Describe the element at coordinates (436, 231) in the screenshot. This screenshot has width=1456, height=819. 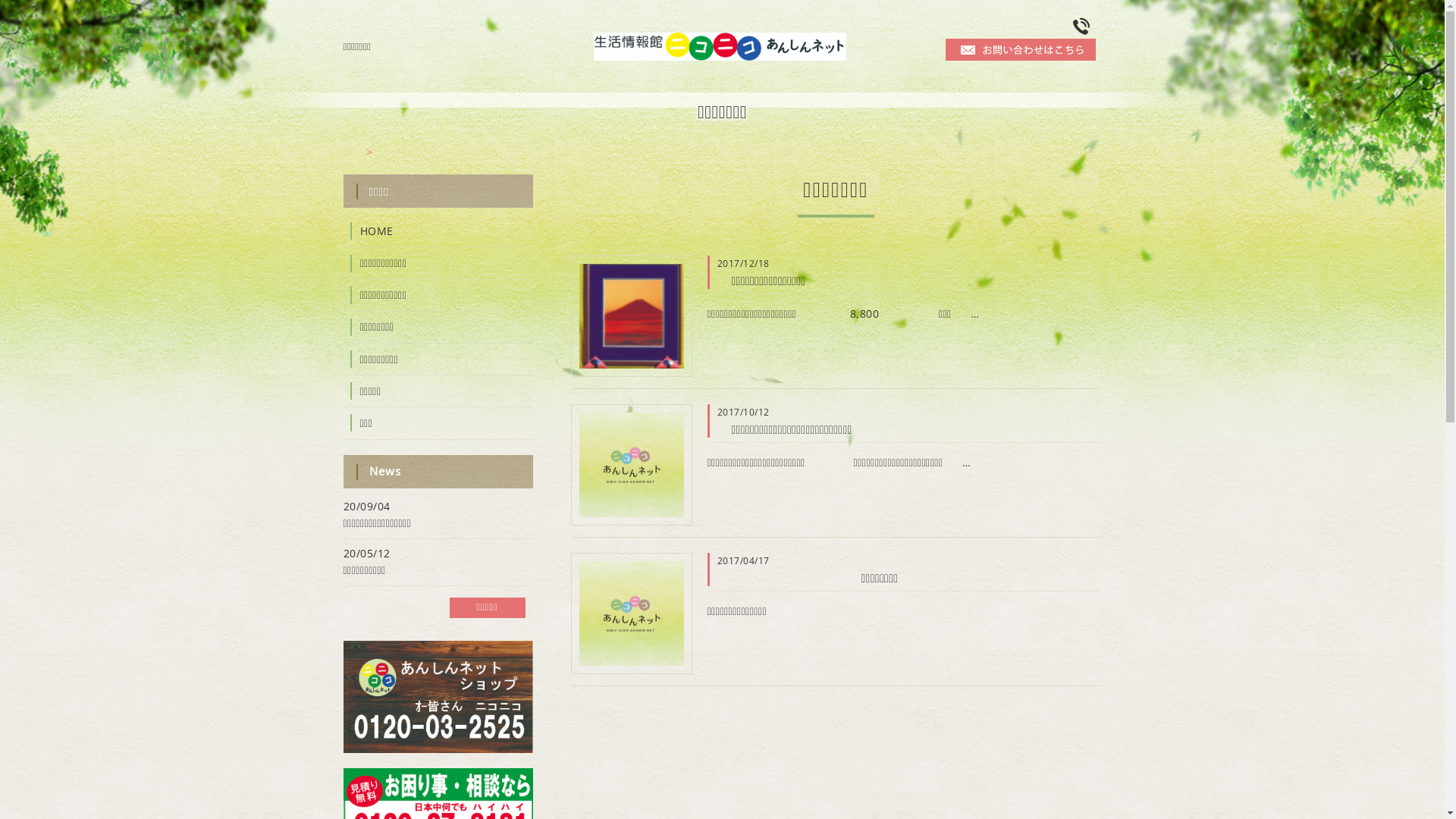
I see `'HOME'` at that location.